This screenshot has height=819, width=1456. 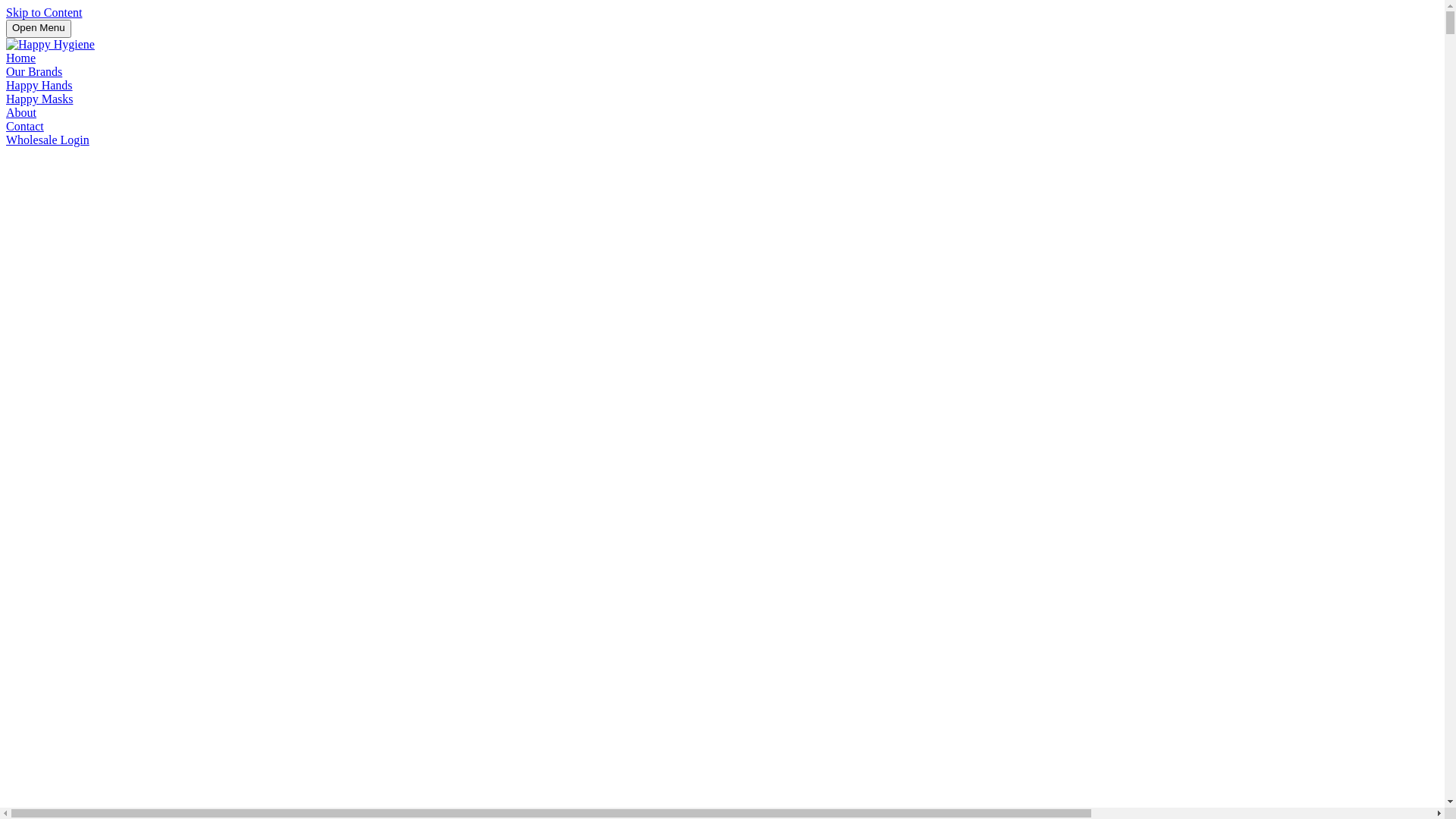 I want to click on 'Open Menu', so click(x=39, y=29).